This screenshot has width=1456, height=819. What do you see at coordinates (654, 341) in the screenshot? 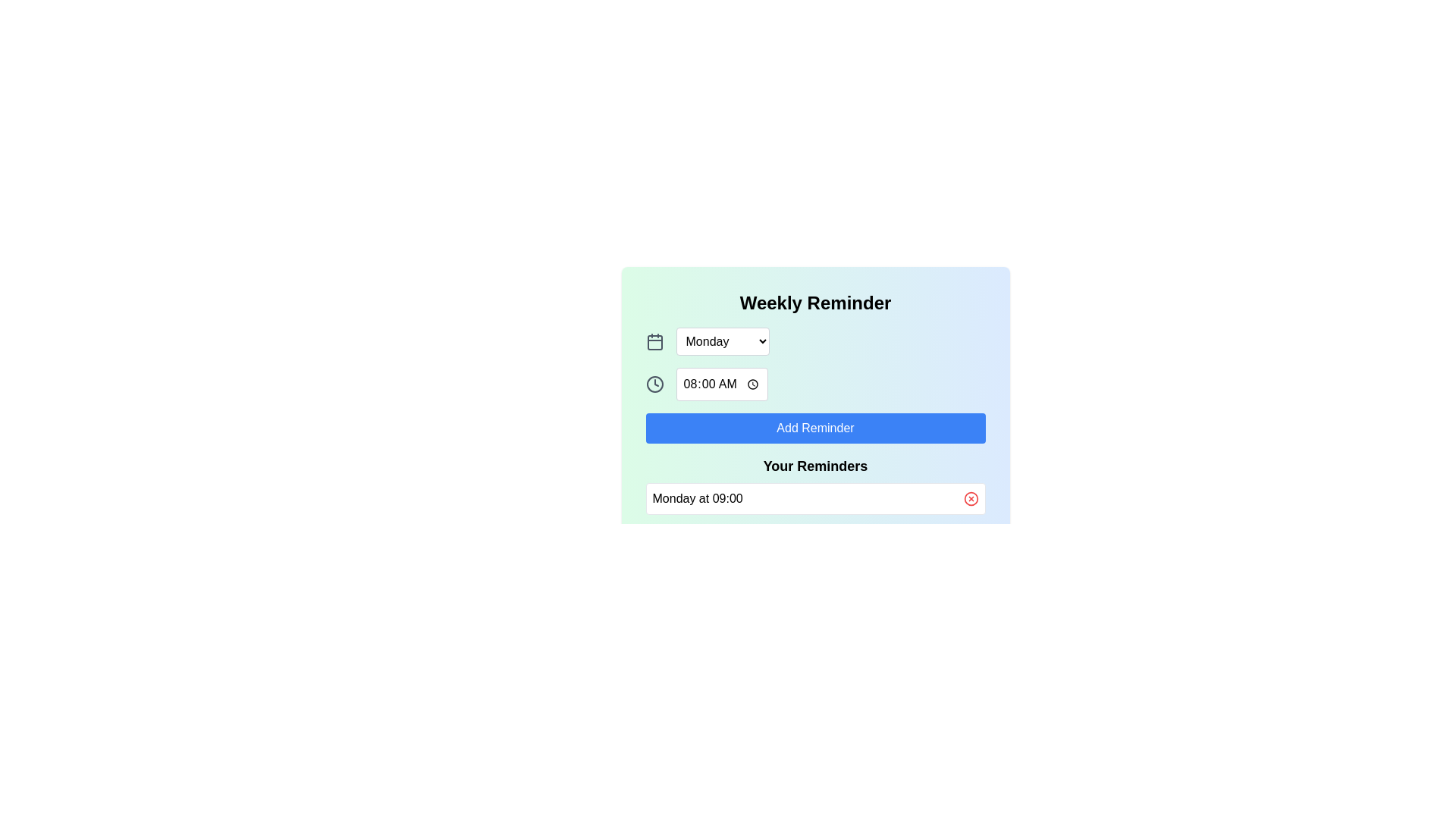
I see `the date-related icon located to the left of the 'Monday' dropdown under the 'Weekly Reminder' heading to invoke a calendar selection menu` at bounding box center [654, 341].